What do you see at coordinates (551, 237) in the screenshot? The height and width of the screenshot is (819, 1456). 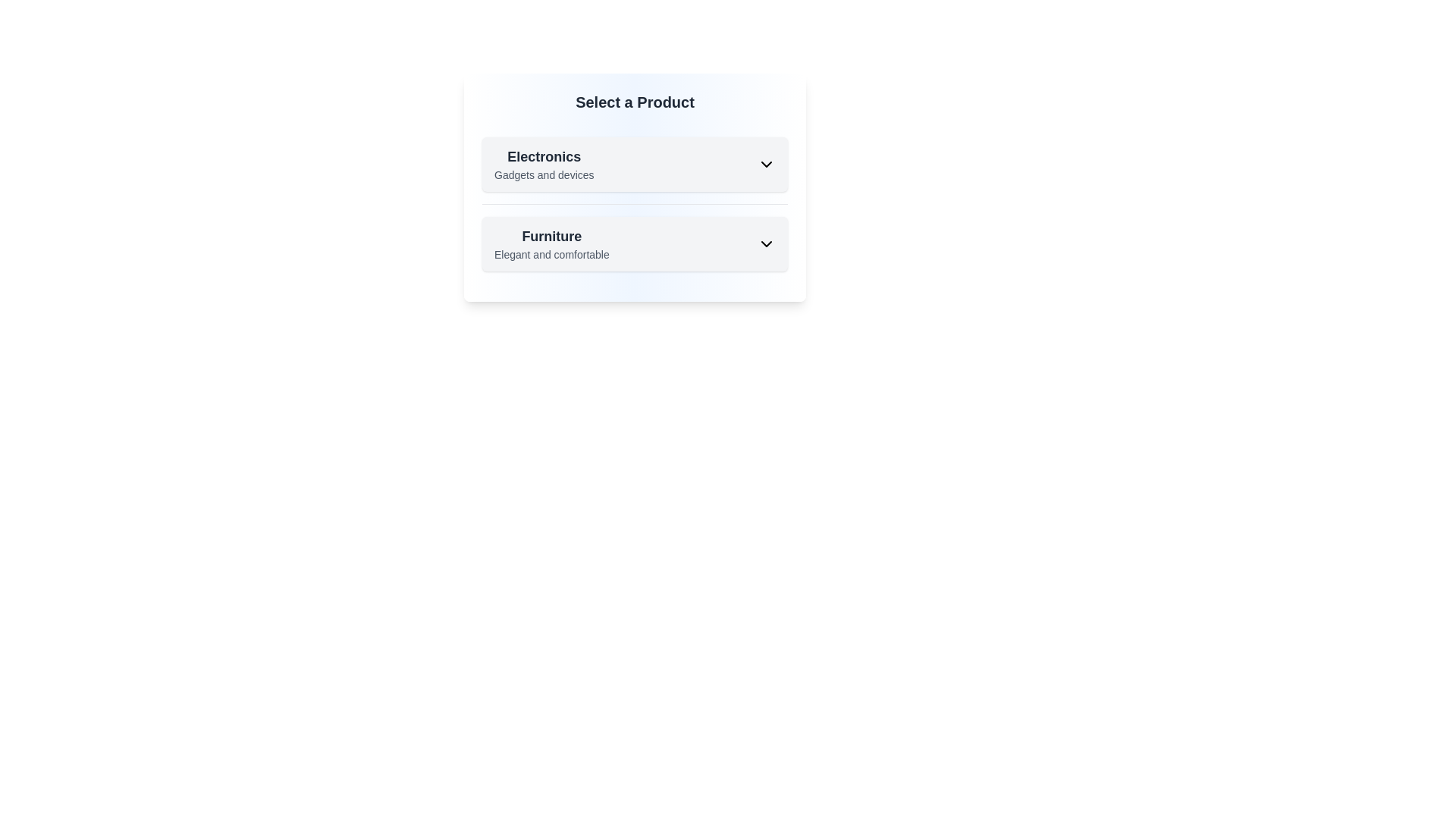 I see `Text Label that serves as a header or title for the section, located above the text 'Elegant and comfortable' in the second card-like section under 'Select a Product.'` at bounding box center [551, 237].